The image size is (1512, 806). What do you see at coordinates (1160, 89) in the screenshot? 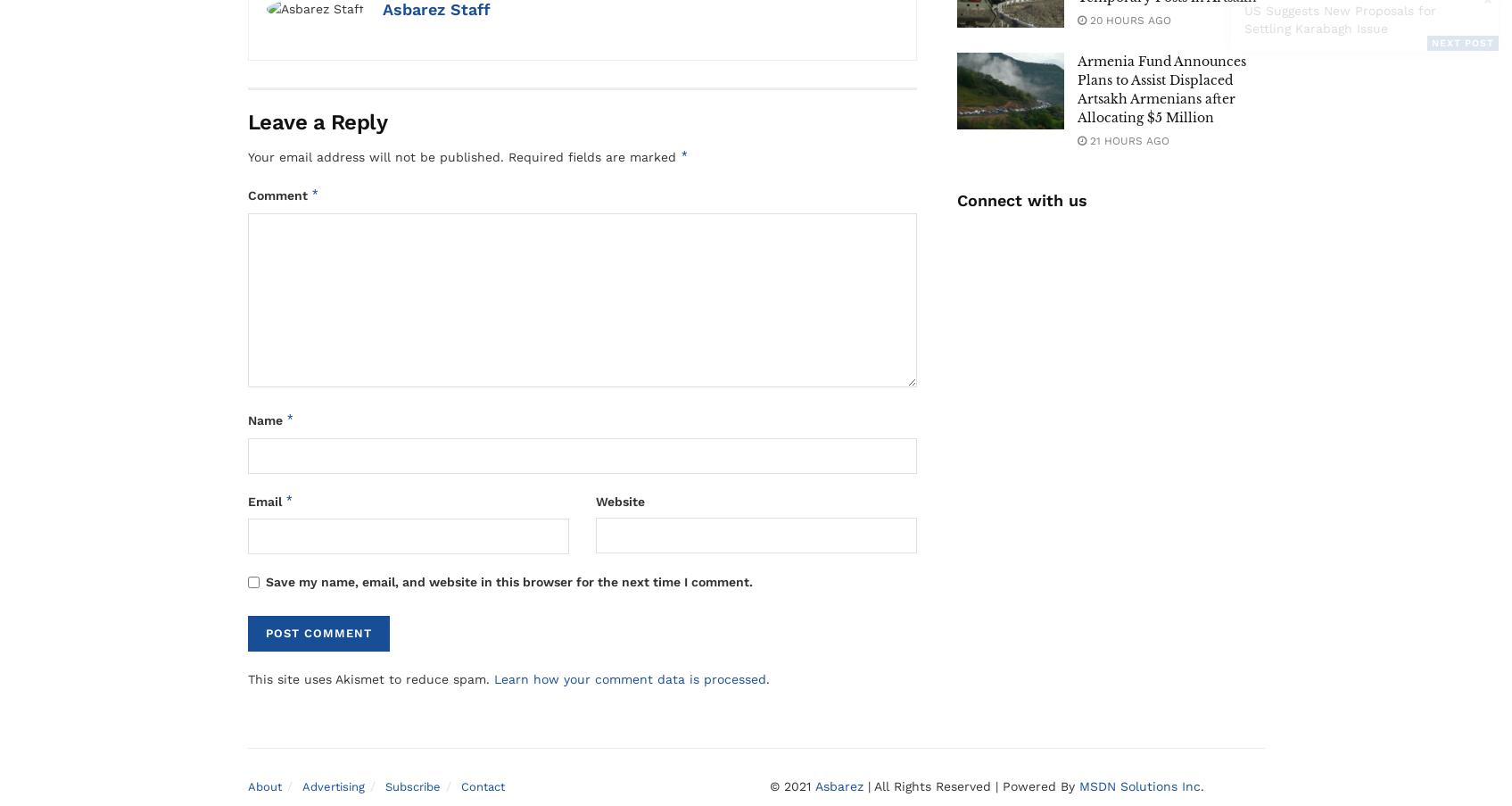
I see `'Armenia Fund Announces Plans to Assist Displaced Artsakh Armenians after Allocating $5 Million'` at bounding box center [1160, 89].